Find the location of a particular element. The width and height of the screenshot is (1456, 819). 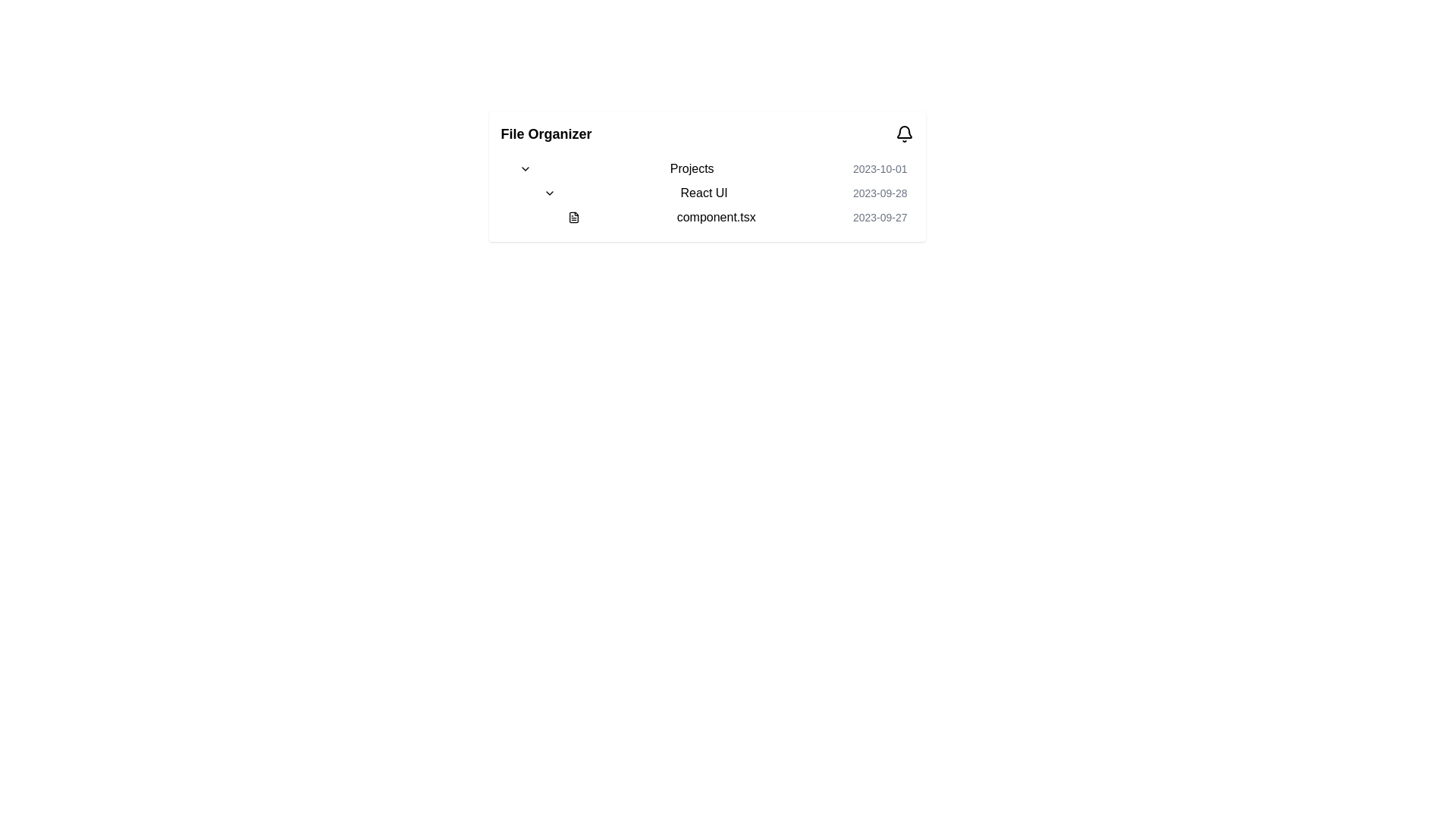

the 'React UI' text label, which is part of a project names list and is positioned beneath the 'Projects' label is located at coordinates (703, 192).